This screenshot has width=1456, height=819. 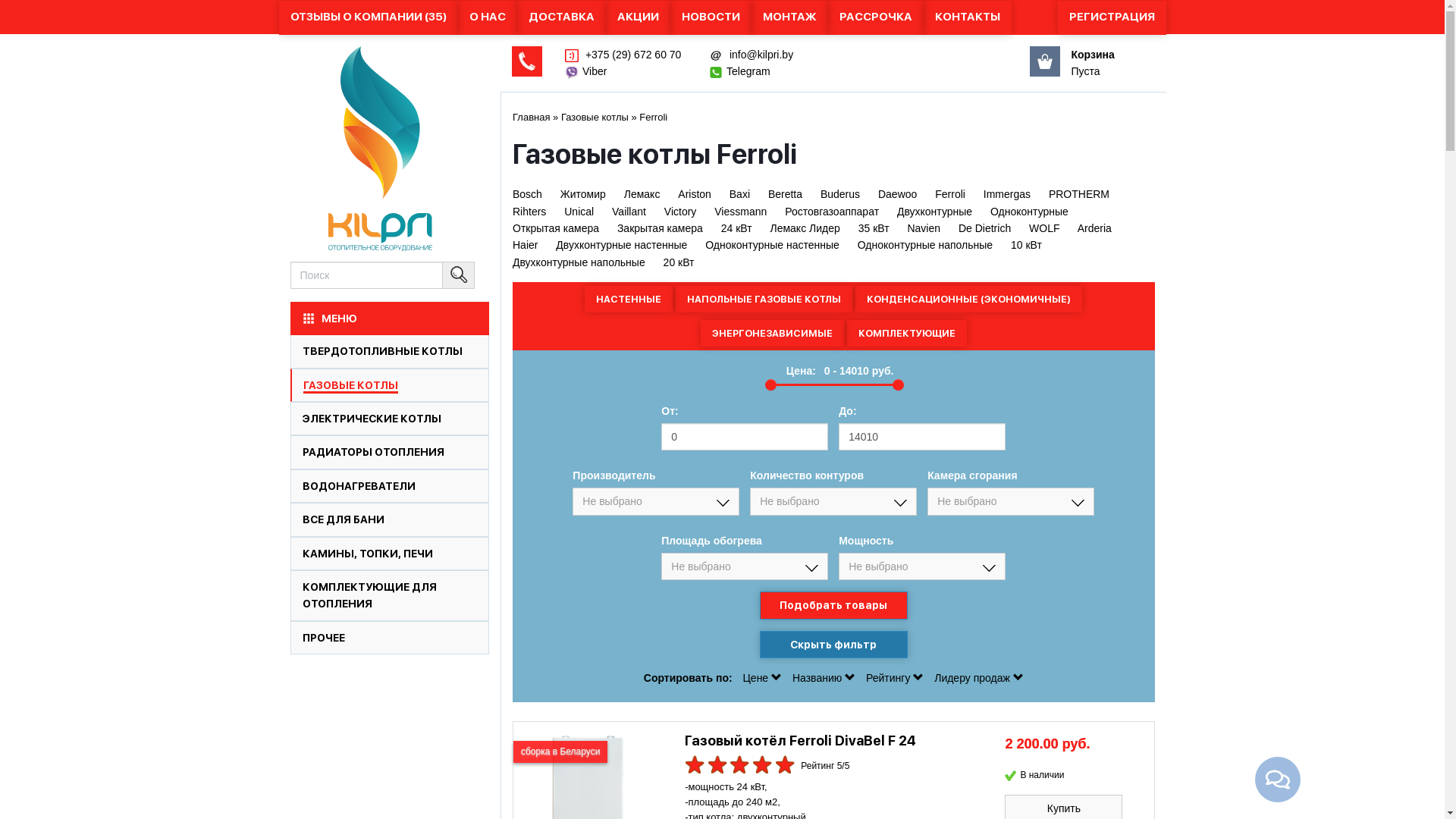 What do you see at coordinates (897, 193) in the screenshot?
I see `'Daewoo'` at bounding box center [897, 193].